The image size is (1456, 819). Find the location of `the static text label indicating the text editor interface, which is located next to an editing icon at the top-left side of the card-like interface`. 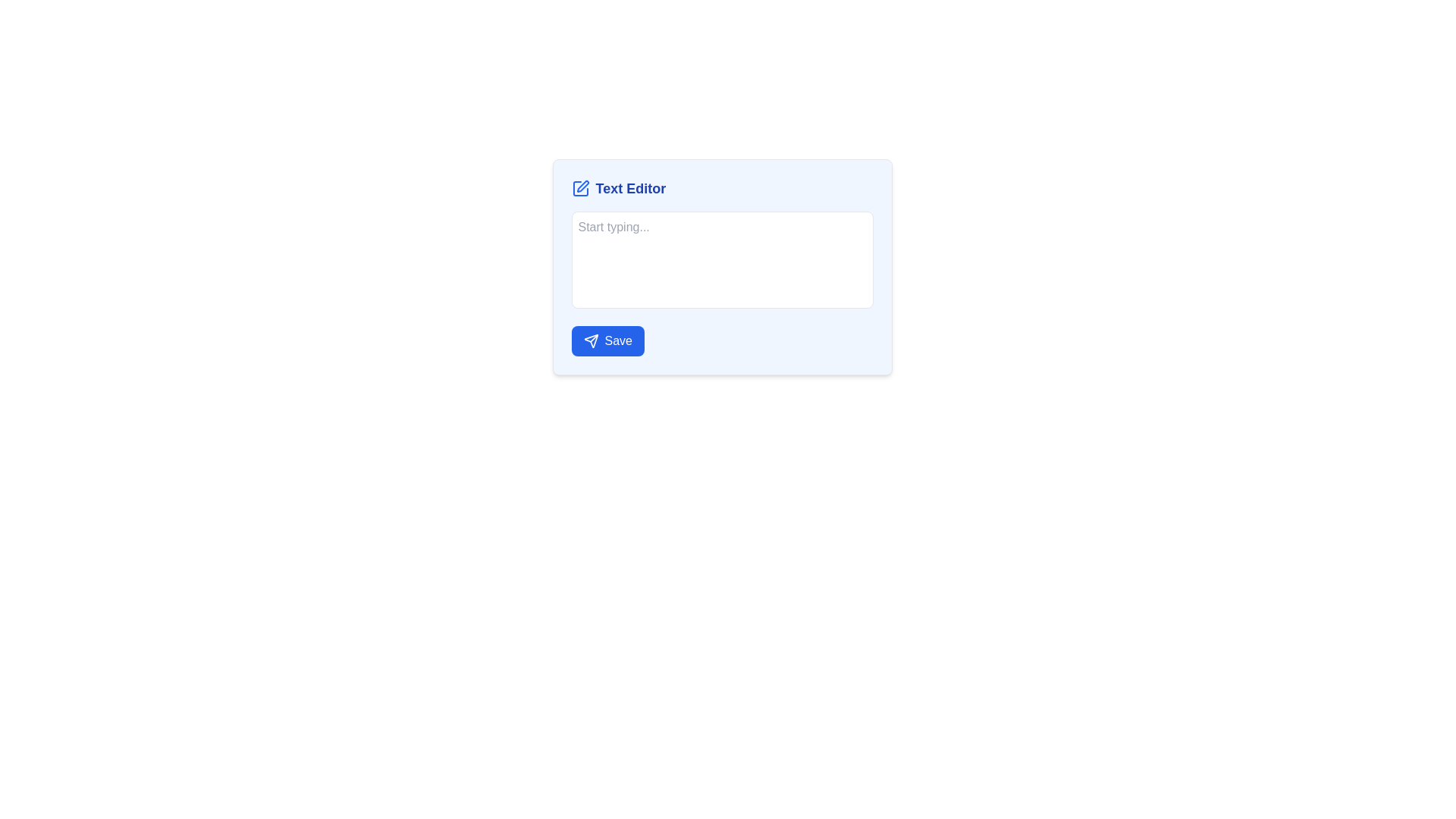

the static text label indicating the text editor interface, which is located next to an editing icon at the top-left side of the card-like interface is located at coordinates (630, 188).